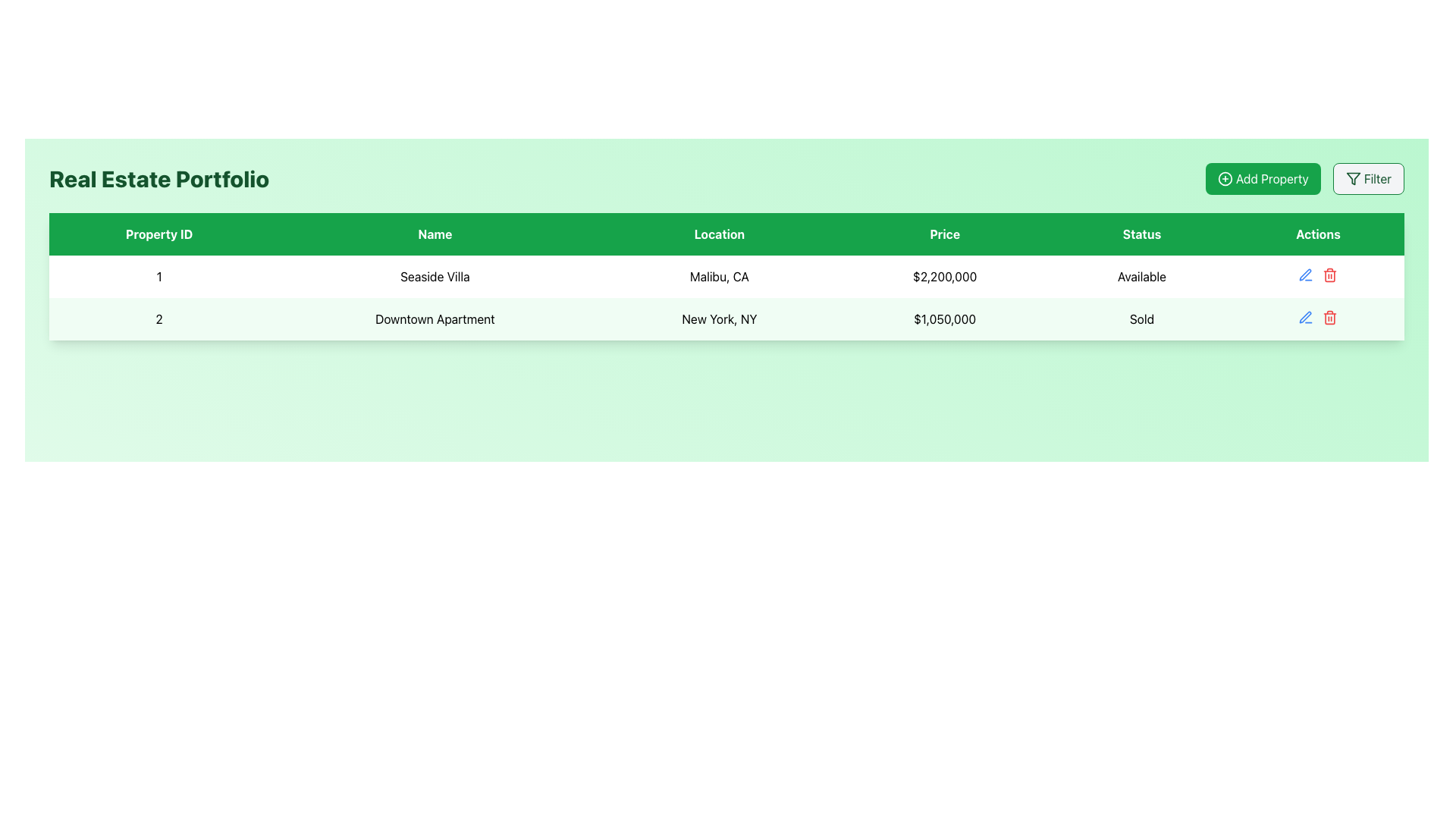  Describe the element at coordinates (719, 234) in the screenshot. I see `the third column header in the table that indicates location-related information, positioned between 'Name' and 'Price'` at that location.